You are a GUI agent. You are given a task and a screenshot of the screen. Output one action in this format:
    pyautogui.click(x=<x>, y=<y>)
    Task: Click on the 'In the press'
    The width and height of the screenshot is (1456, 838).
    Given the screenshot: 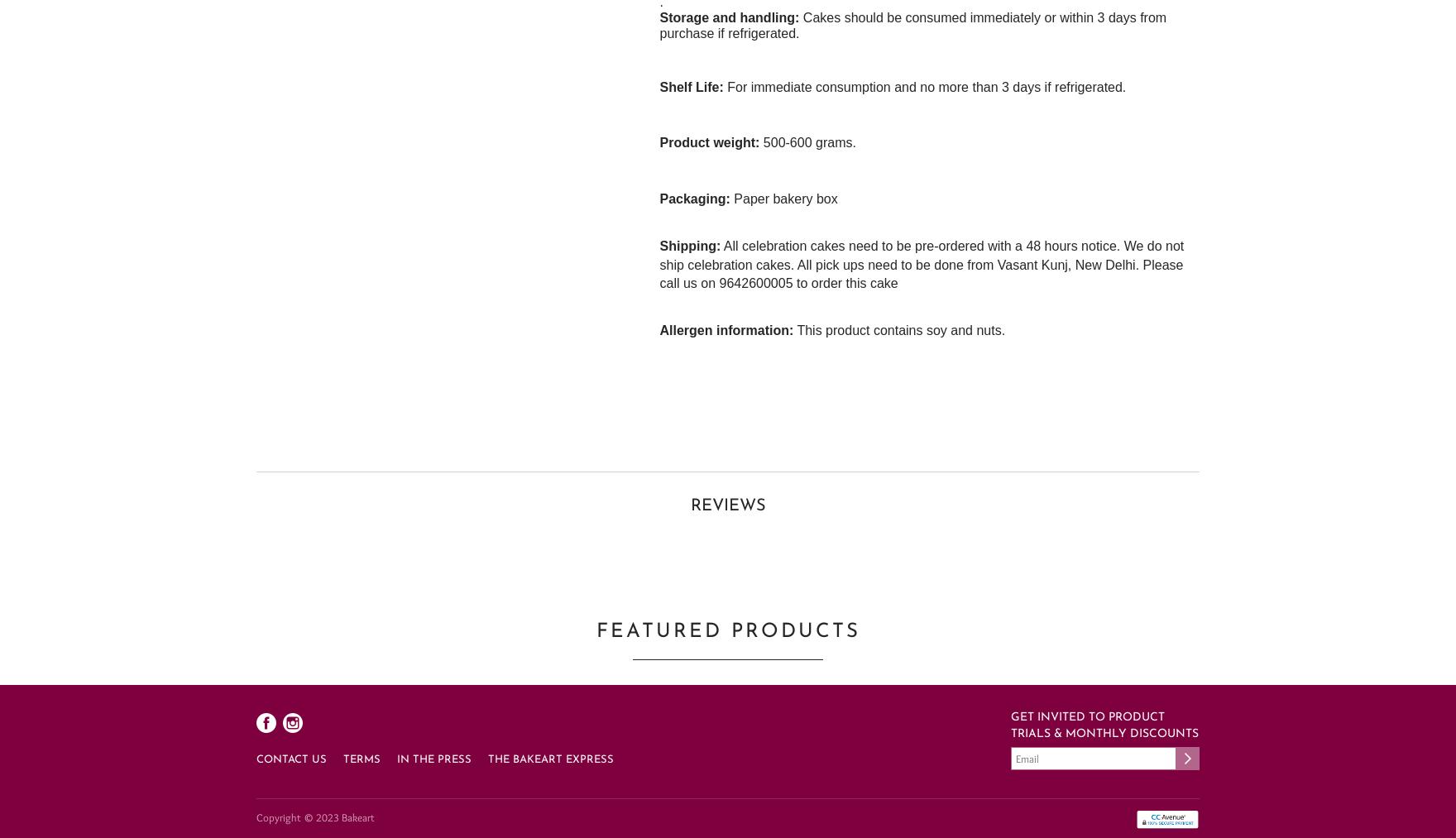 What is the action you would take?
    pyautogui.click(x=434, y=759)
    